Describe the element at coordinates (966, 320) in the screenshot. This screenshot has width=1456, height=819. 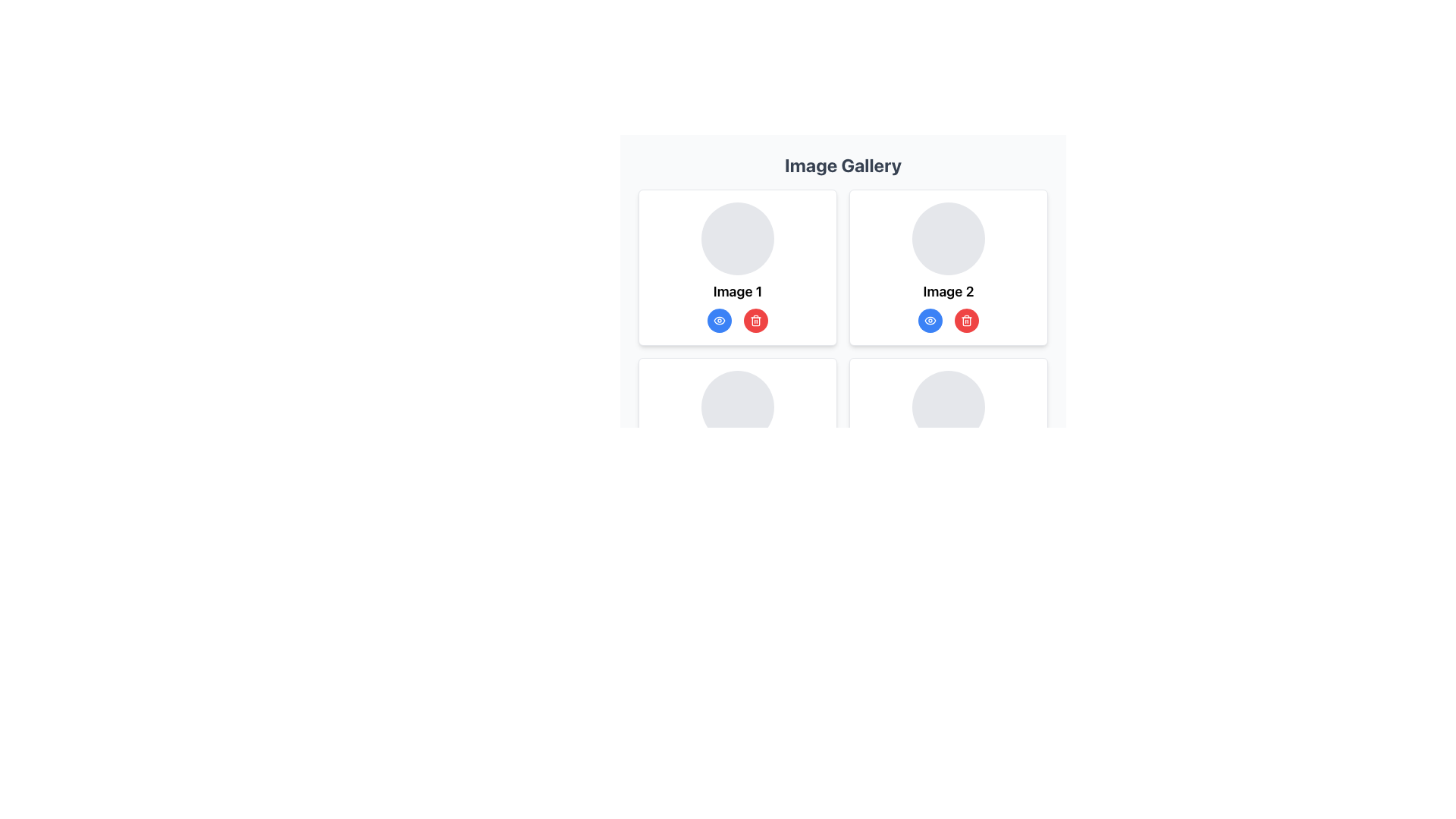
I see `the trash icon button with a red background, located below the second image in the 'Image Gallery' grid` at that location.